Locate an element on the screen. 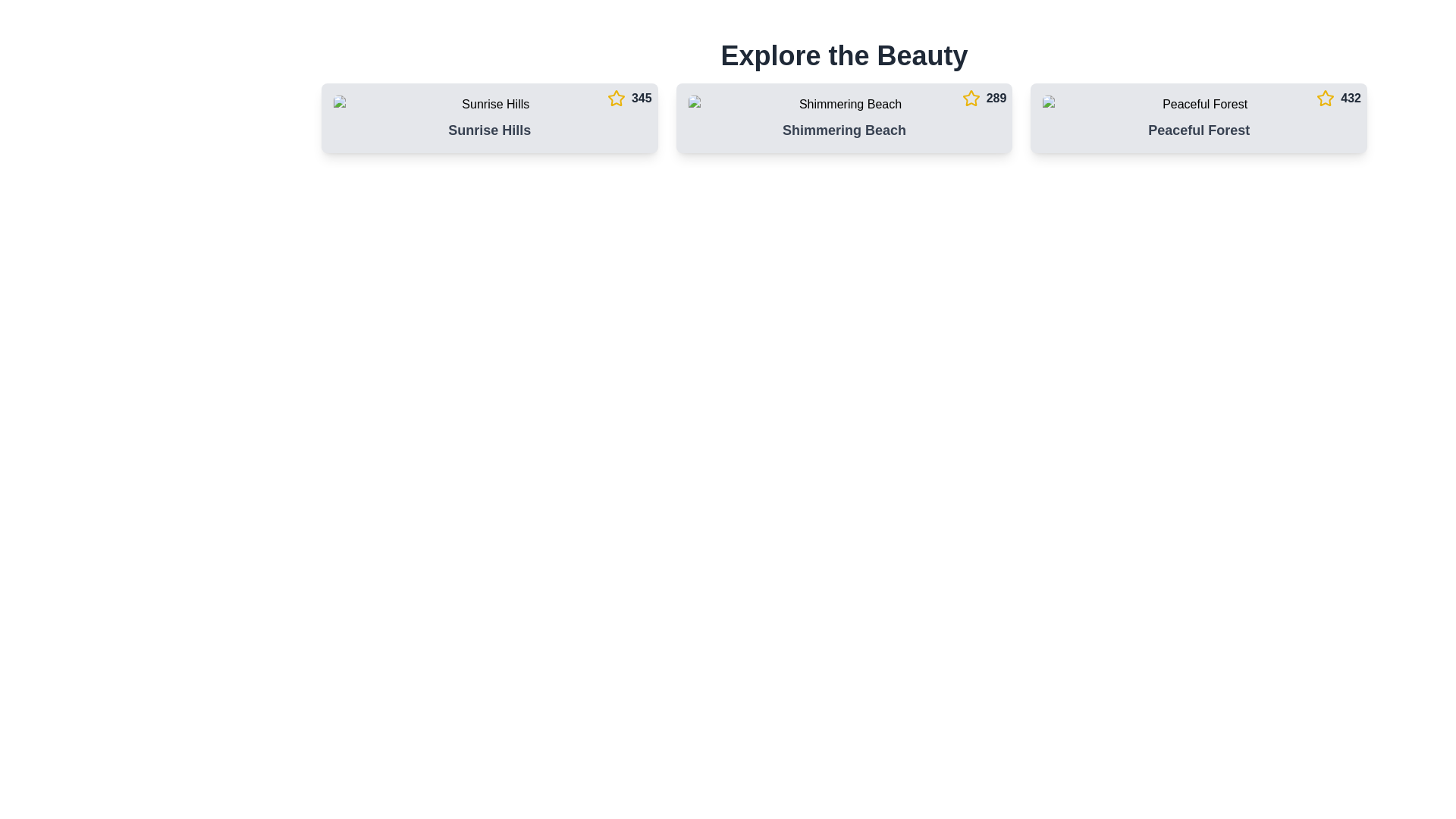 Image resolution: width=1456 pixels, height=819 pixels. the yellow star-shaped icon with the text '432' to rate it, located in the top-right corner of the 'Peaceful Forest' card is located at coordinates (1338, 99).